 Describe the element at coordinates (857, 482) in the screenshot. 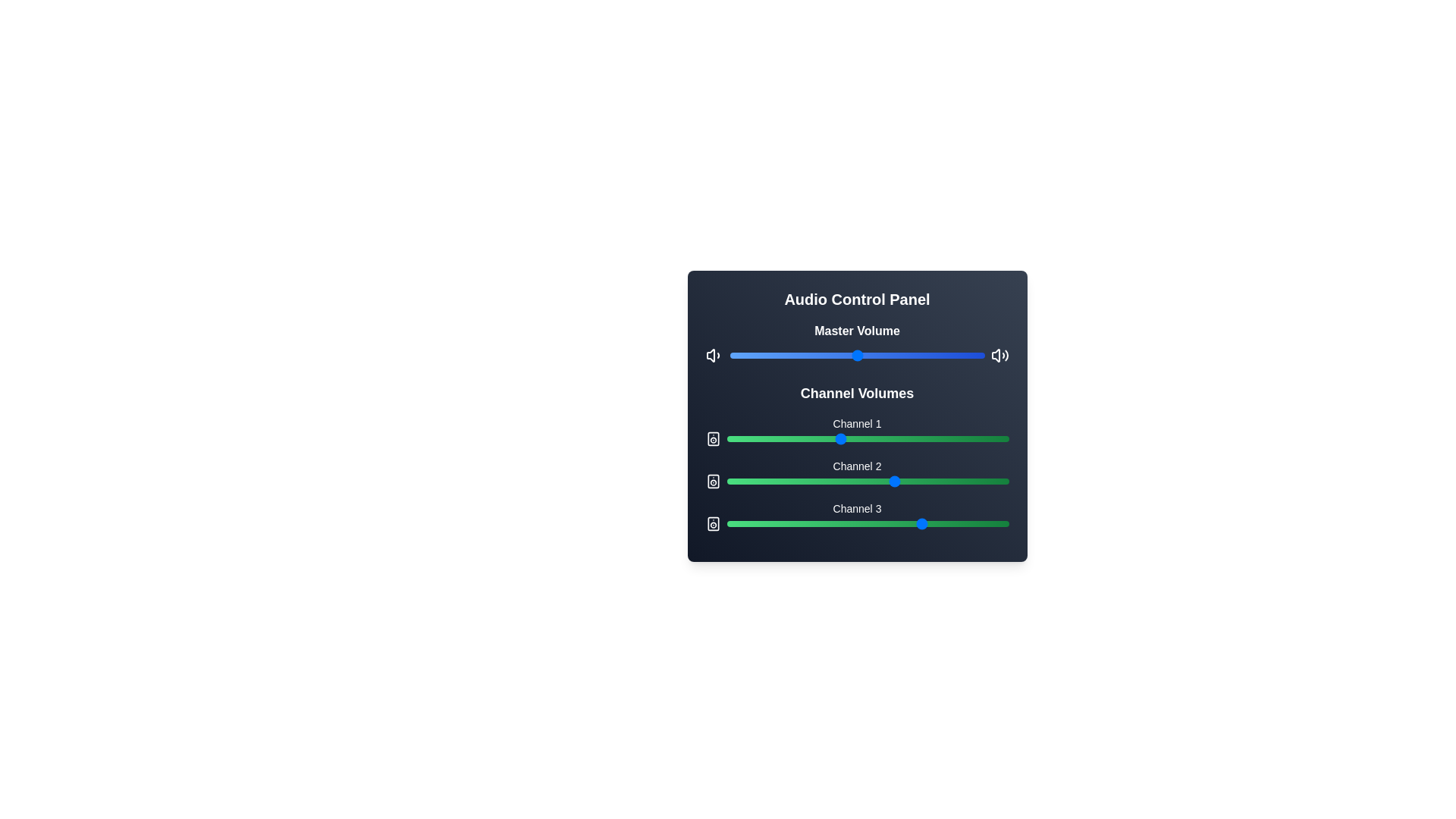

I see `the audio volume slider for 'Channel 2'` at that location.